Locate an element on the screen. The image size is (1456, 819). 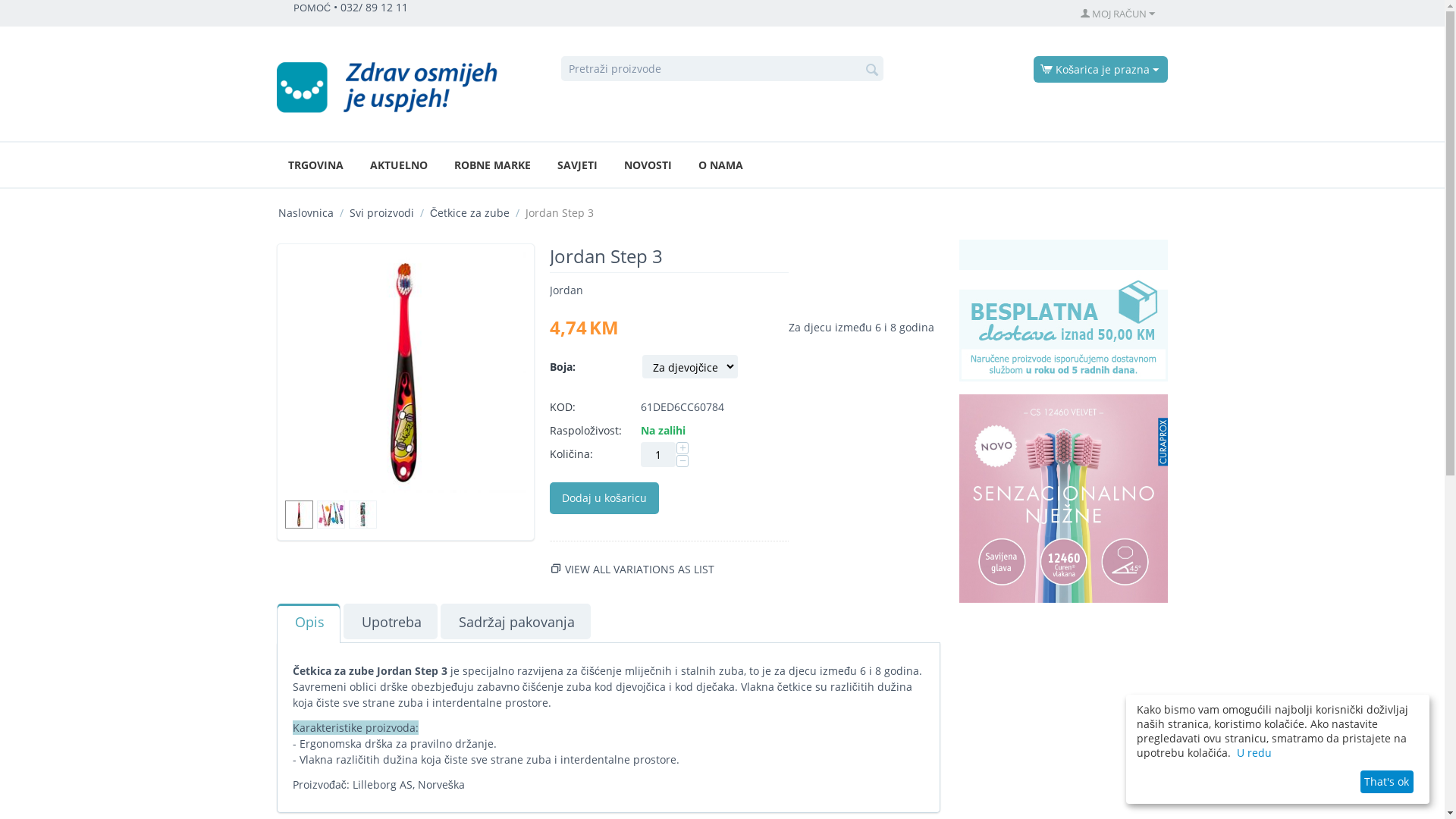
'ROBNE MARKE' is located at coordinates (492, 165).